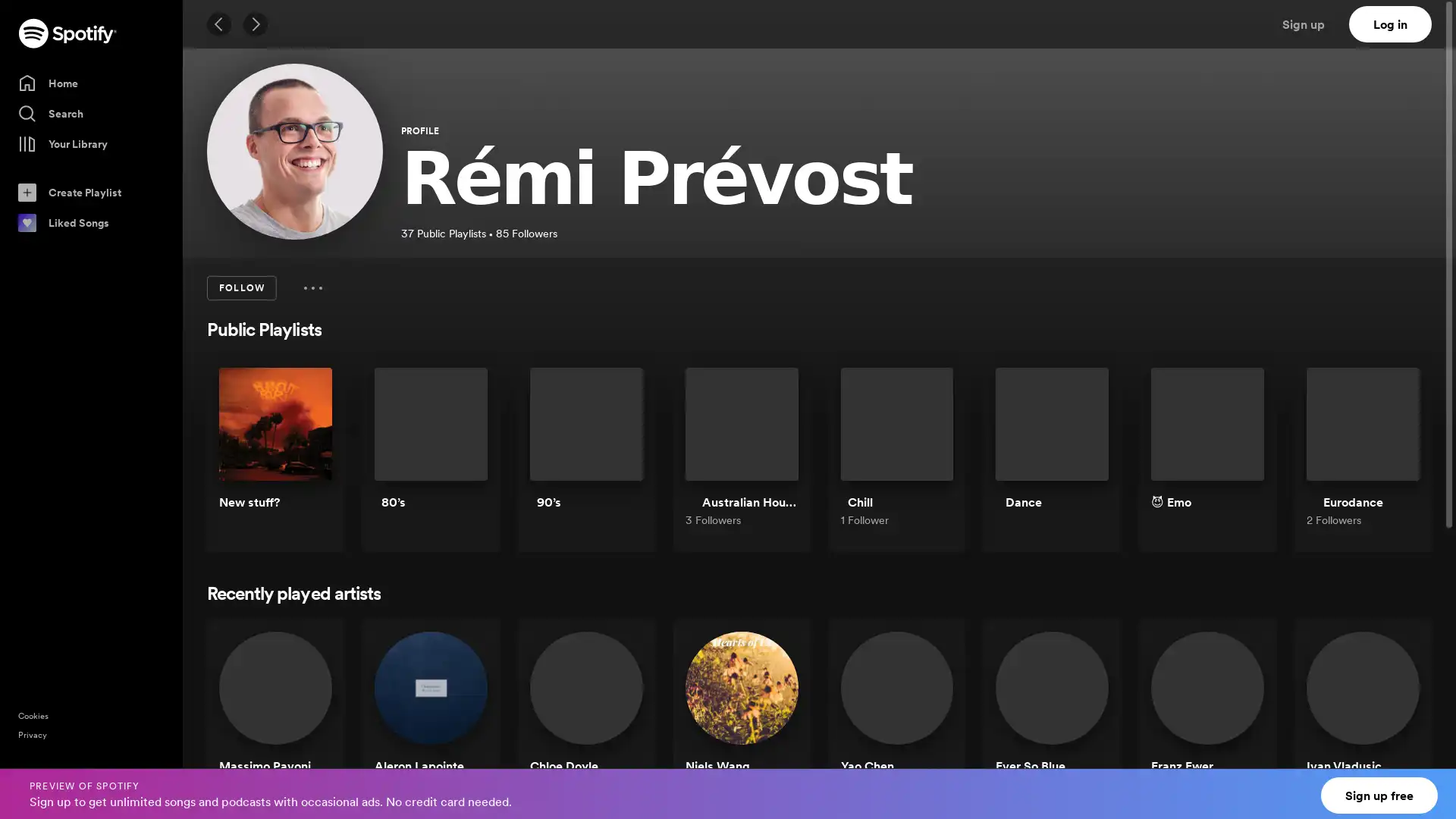  Describe the element at coordinates (1240, 724) in the screenshot. I see `Play Franz Ewer` at that location.